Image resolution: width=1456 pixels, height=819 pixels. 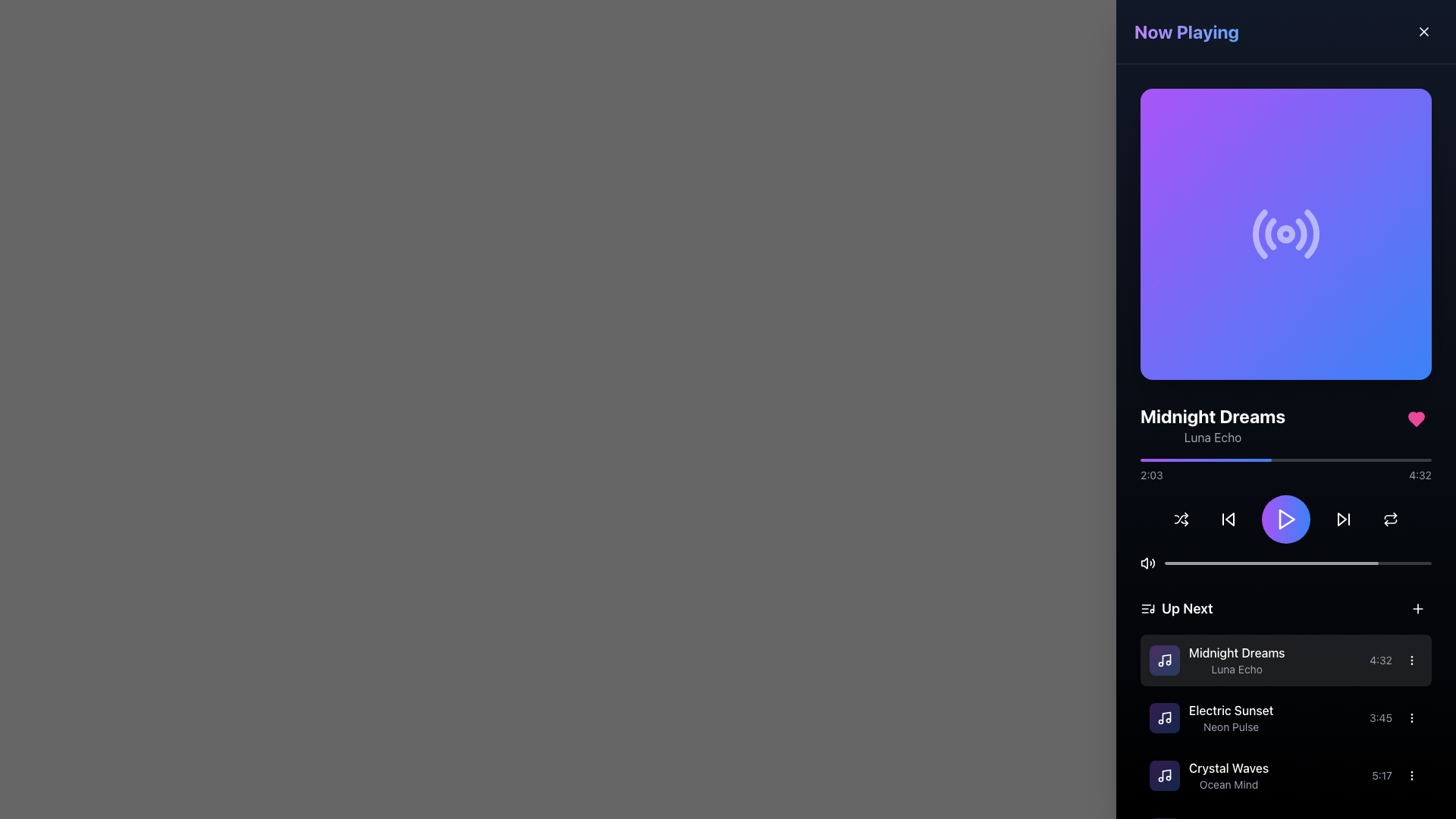 What do you see at coordinates (1231, 717) in the screenshot?
I see `the text display component for item titles and subtitles that shows 'Electric Sunset' and 'Neon Pulse'` at bounding box center [1231, 717].